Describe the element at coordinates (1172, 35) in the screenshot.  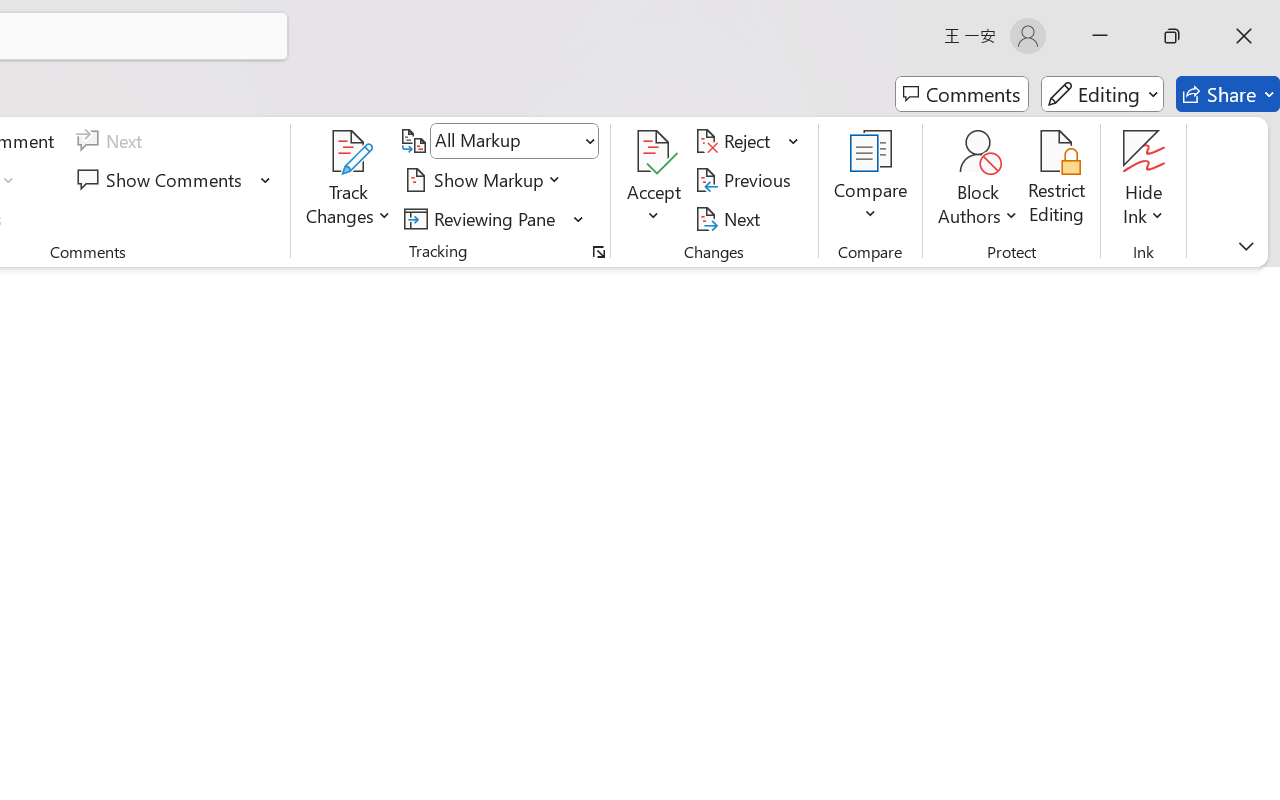
I see `'Restore Down'` at that location.